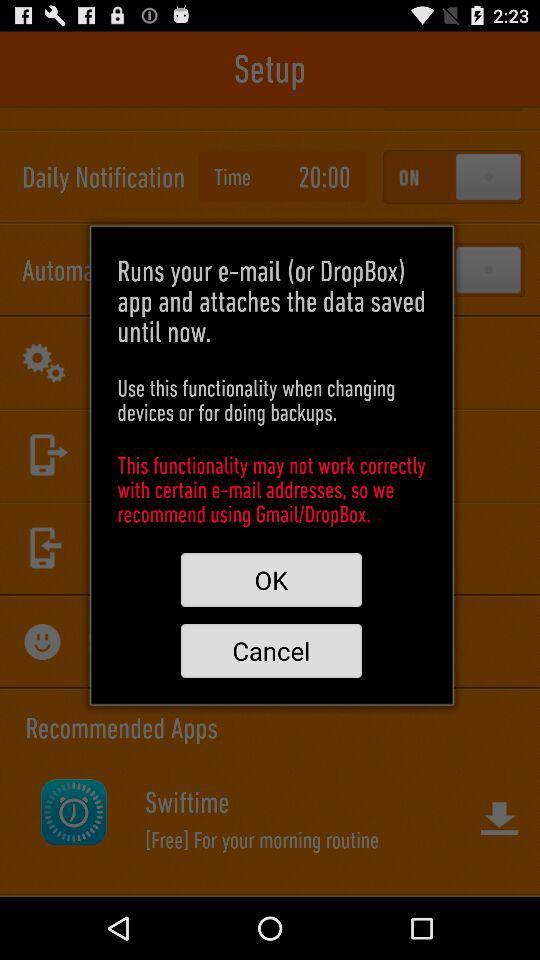 The width and height of the screenshot is (540, 960). I want to click on icon below ok button, so click(270, 649).